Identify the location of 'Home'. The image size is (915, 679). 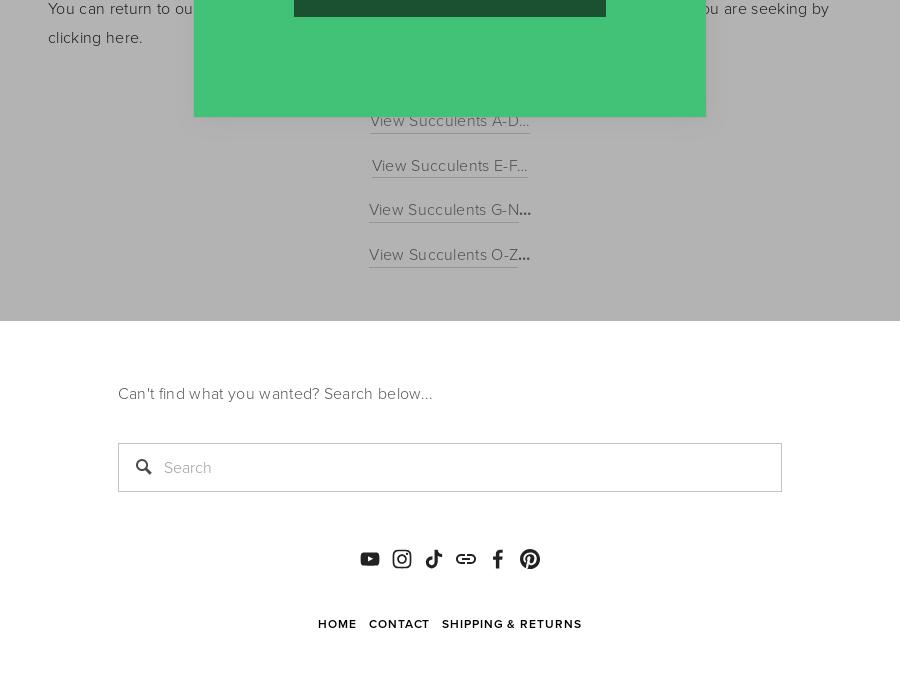
(337, 623).